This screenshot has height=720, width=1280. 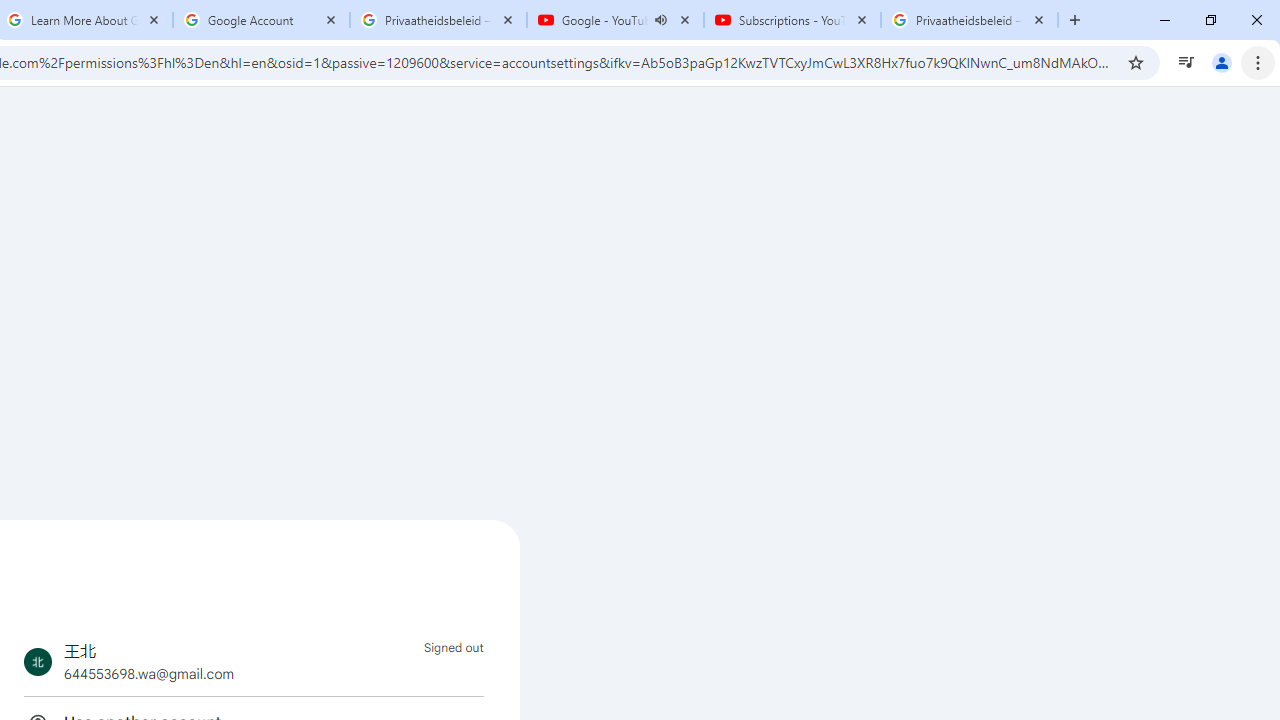 What do you see at coordinates (260, 20) in the screenshot?
I see `'Google Account'` at bounding box center [260, 20].